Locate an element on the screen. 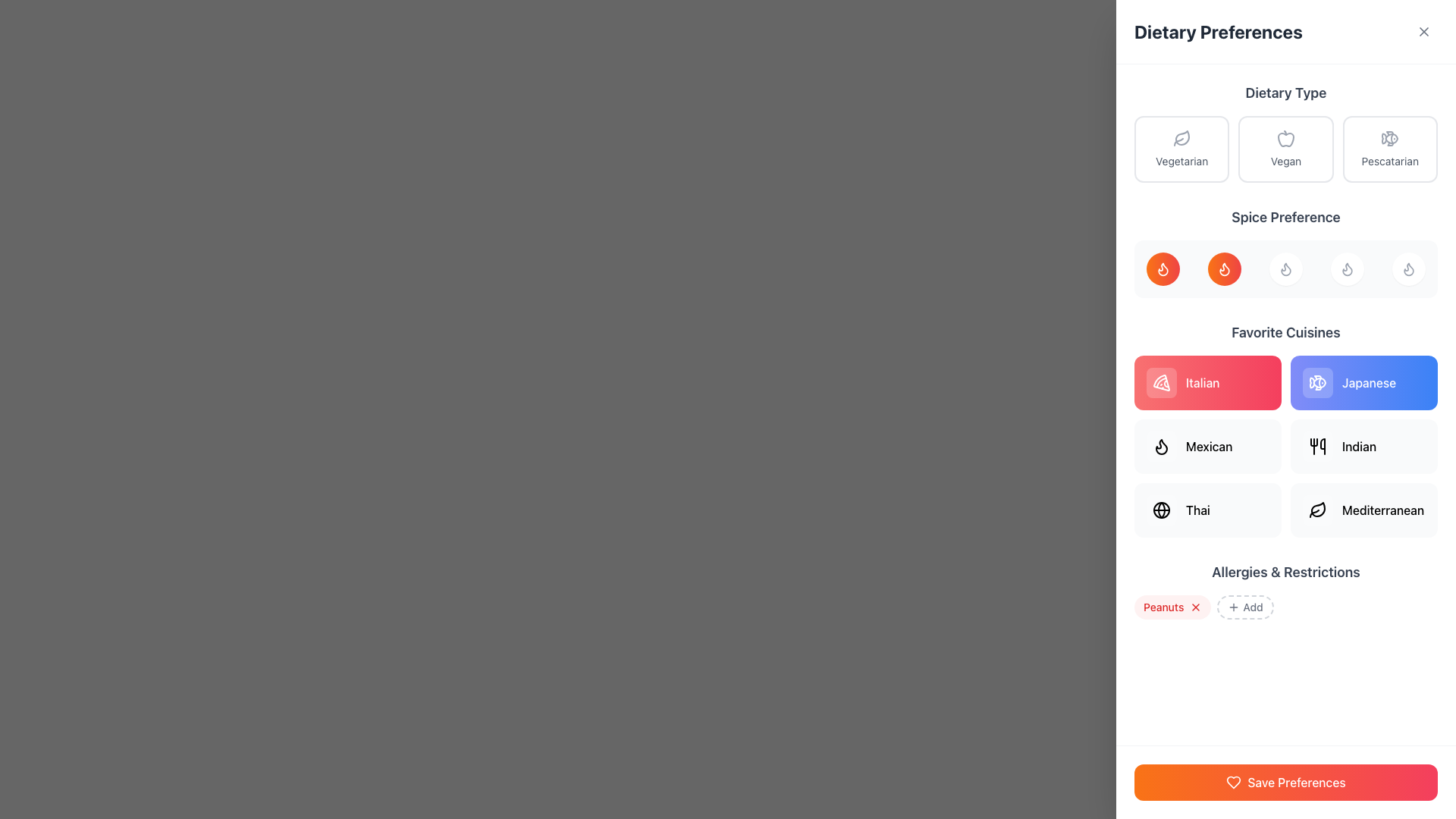 Image resolution: width=1456 pixels, height=819 pixels. the small rectangular button with rounded corners and a light blue background, featuring a white fish icon is located at coordinates (1316, 382).